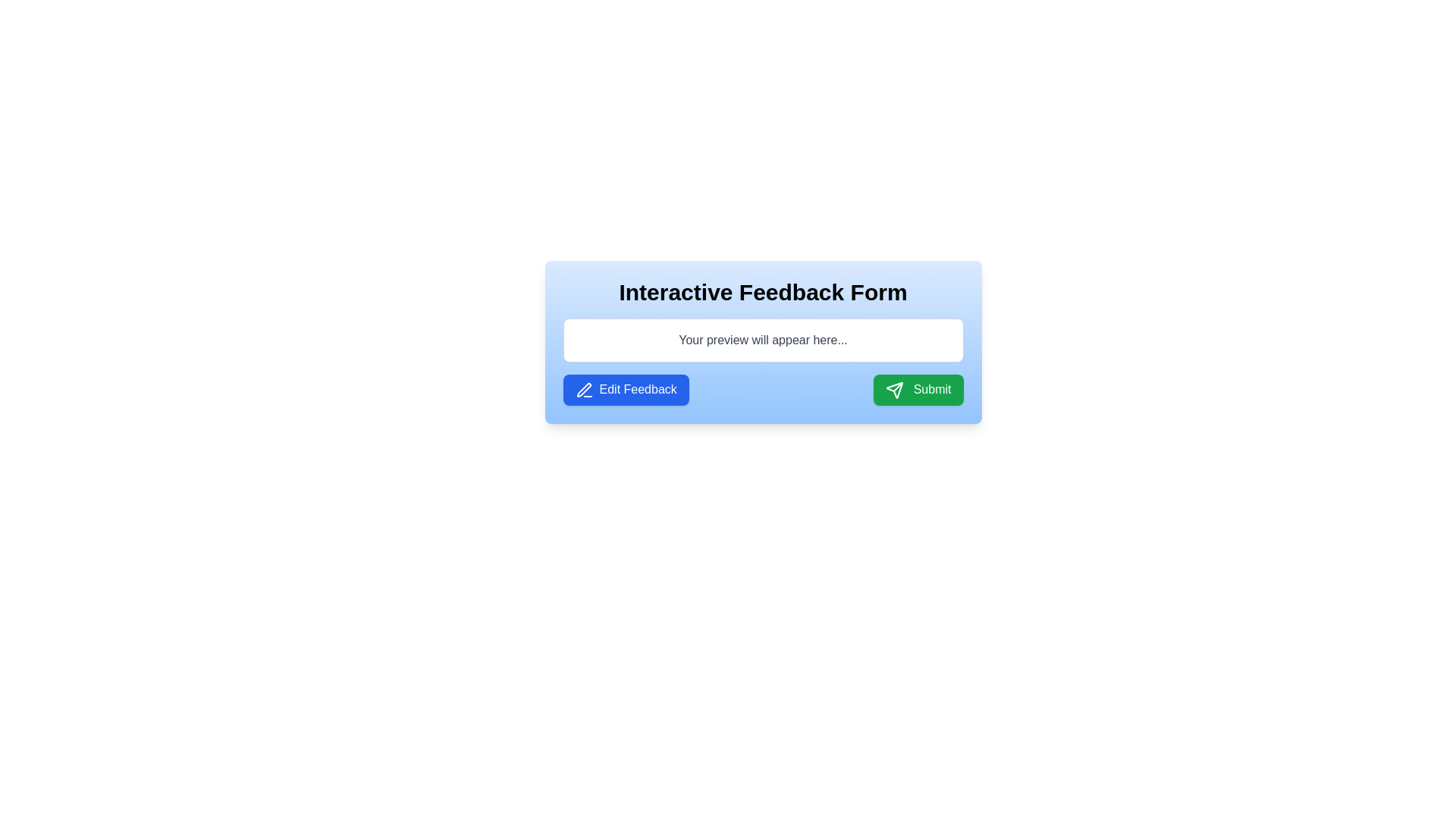 The width and height of the screenshot is (1456, 819). What do you see at coordinates (895, 389) in the screenshot?
I see `the graphical design of the paper airplane icon embedded within the green 'Submit' button` at bounding box center [895, 389].